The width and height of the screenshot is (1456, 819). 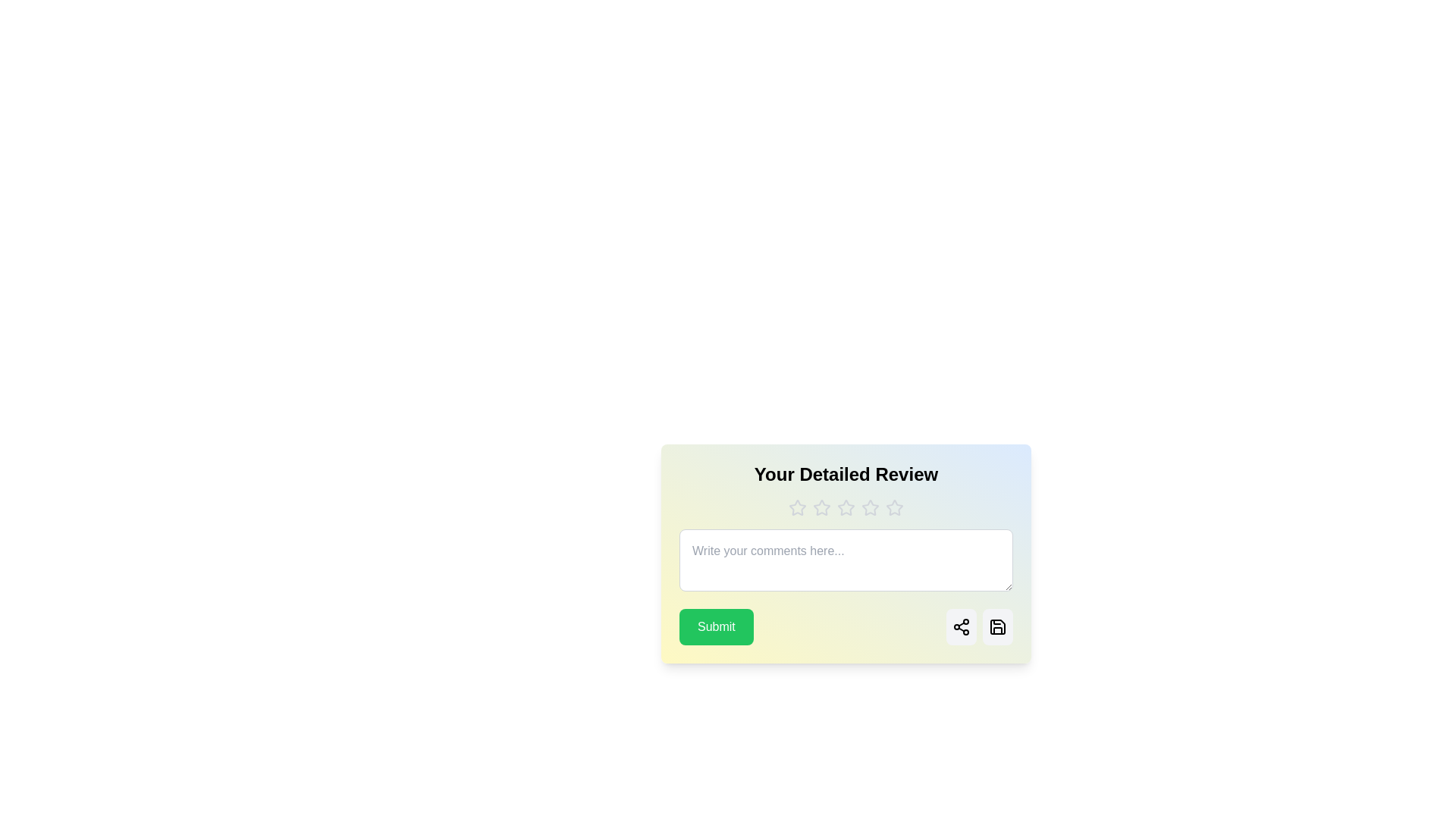 I want to click on the Share button to share the review, so click(x=960, y=626).